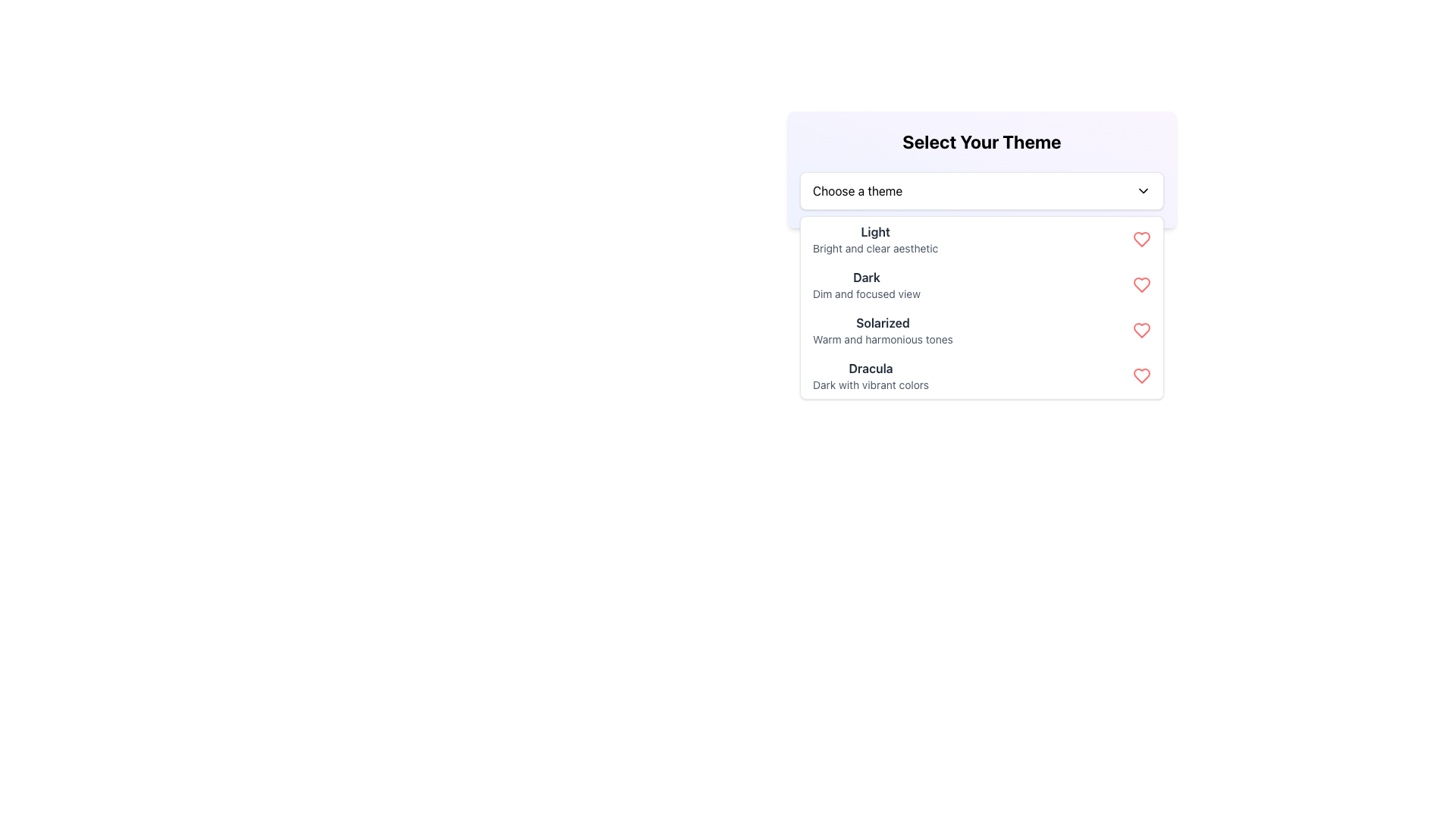 The height and width of the screenshot is (819, 1456). I want to click on the third option in the dropdown menu labeled 'Select Your Theme', so click(982, 307).